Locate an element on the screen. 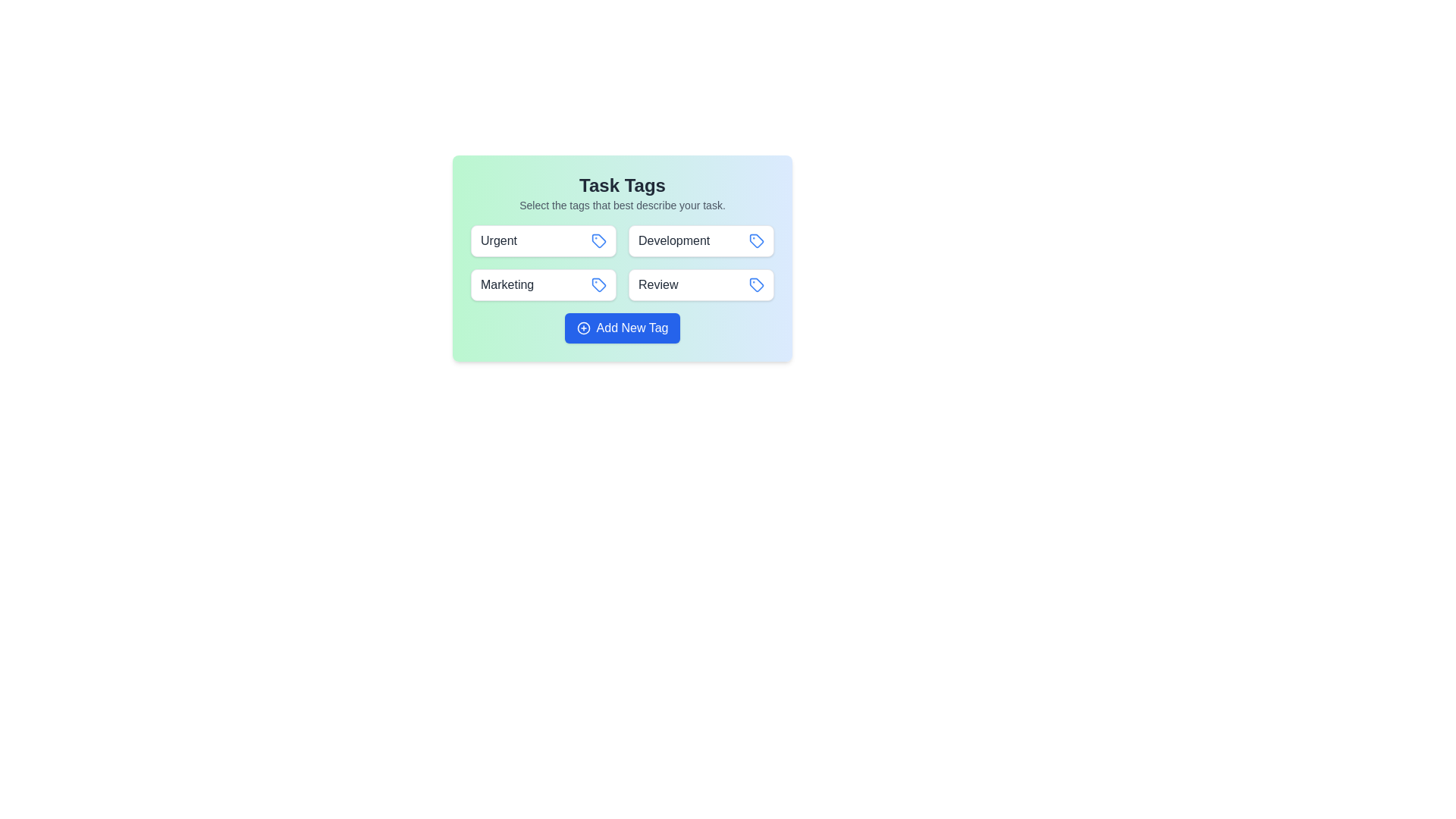  the 'Add New Tag' button to trigger the action for adding a new tag is located at coordinates (622, 327).